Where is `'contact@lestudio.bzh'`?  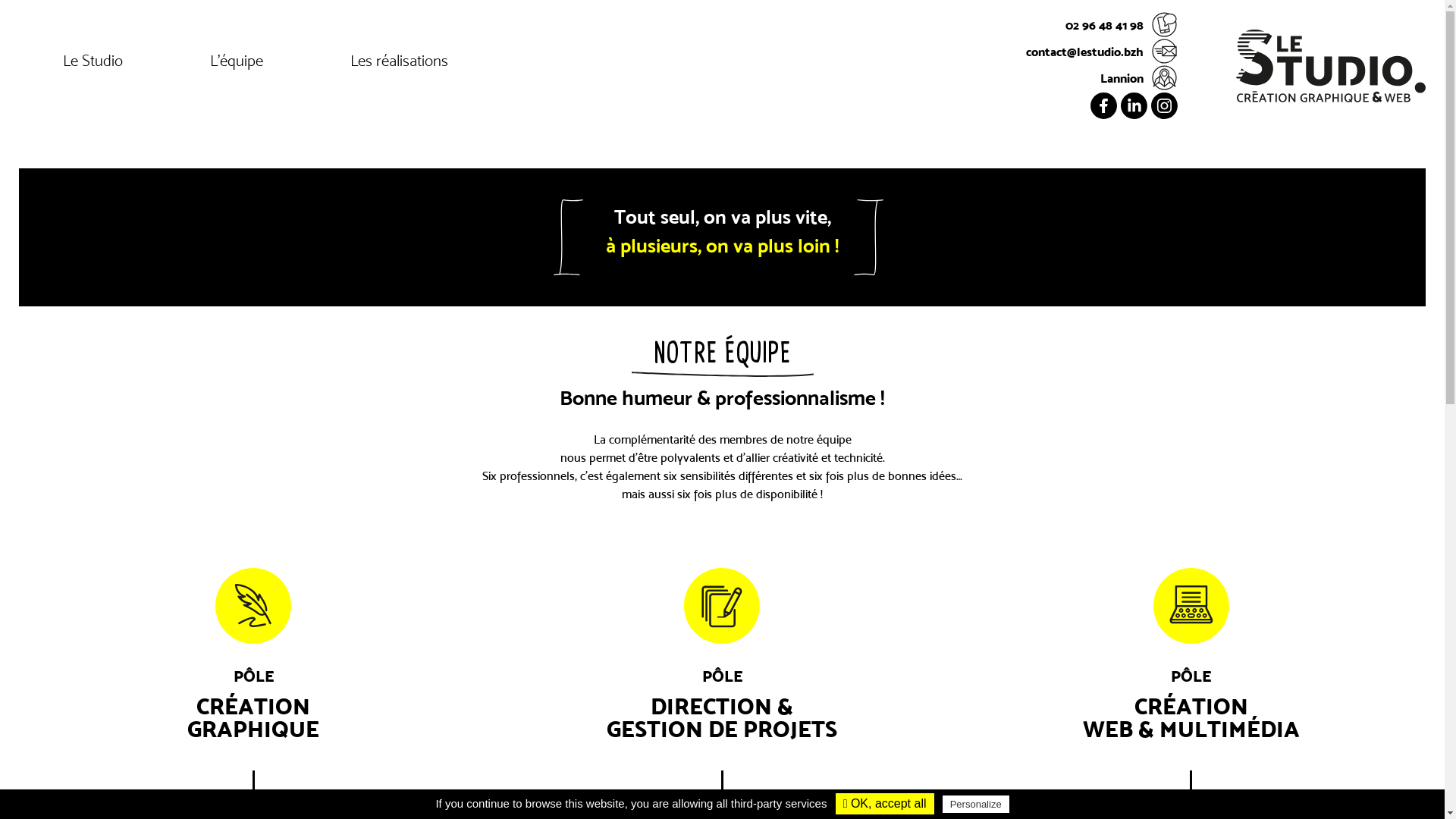 'contact@lestudio.bzh' is located at coordinates (1102, 50).